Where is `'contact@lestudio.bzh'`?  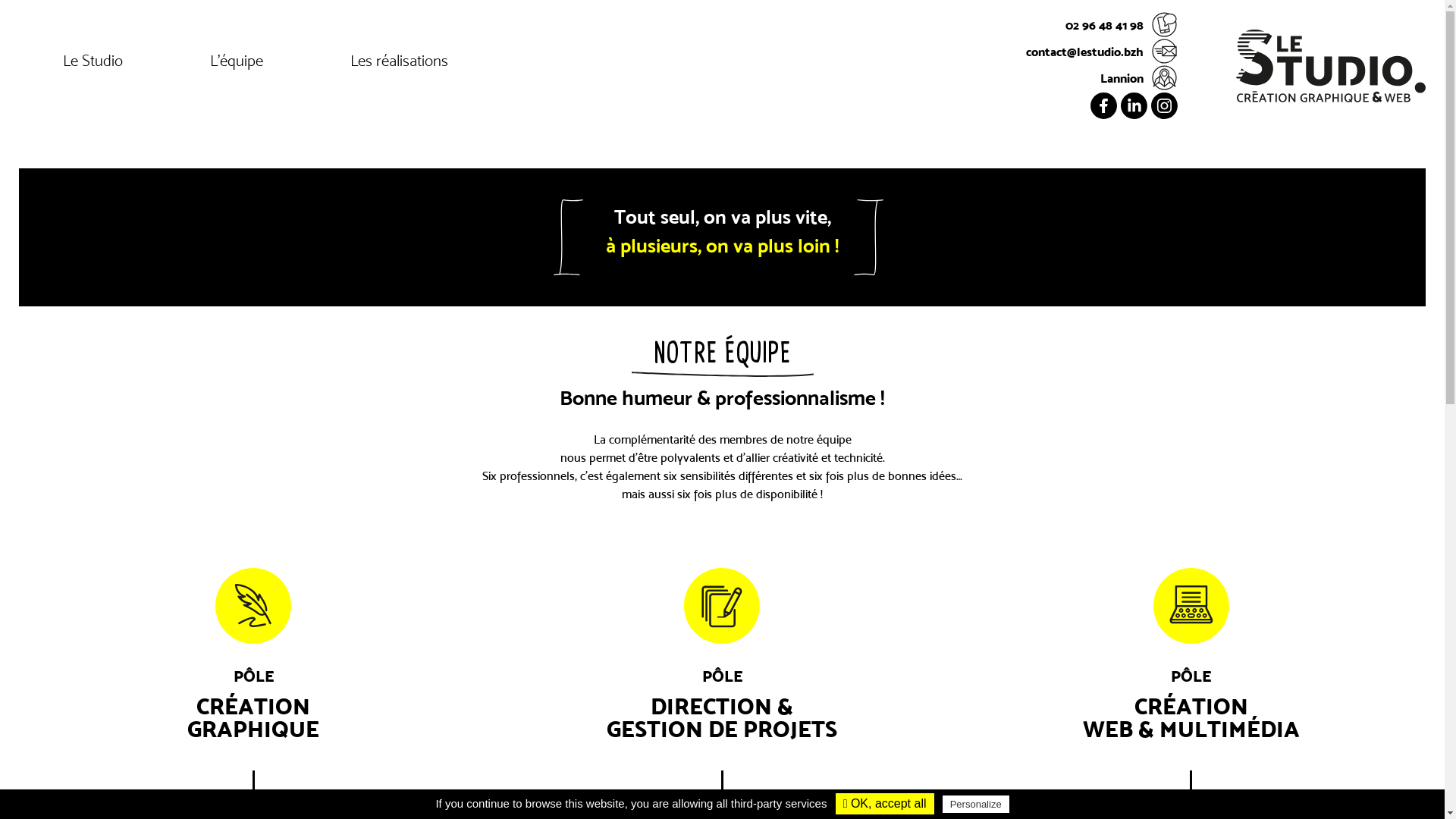 'contact@lestudio.bzh' is located at coordinates (1102, 50).